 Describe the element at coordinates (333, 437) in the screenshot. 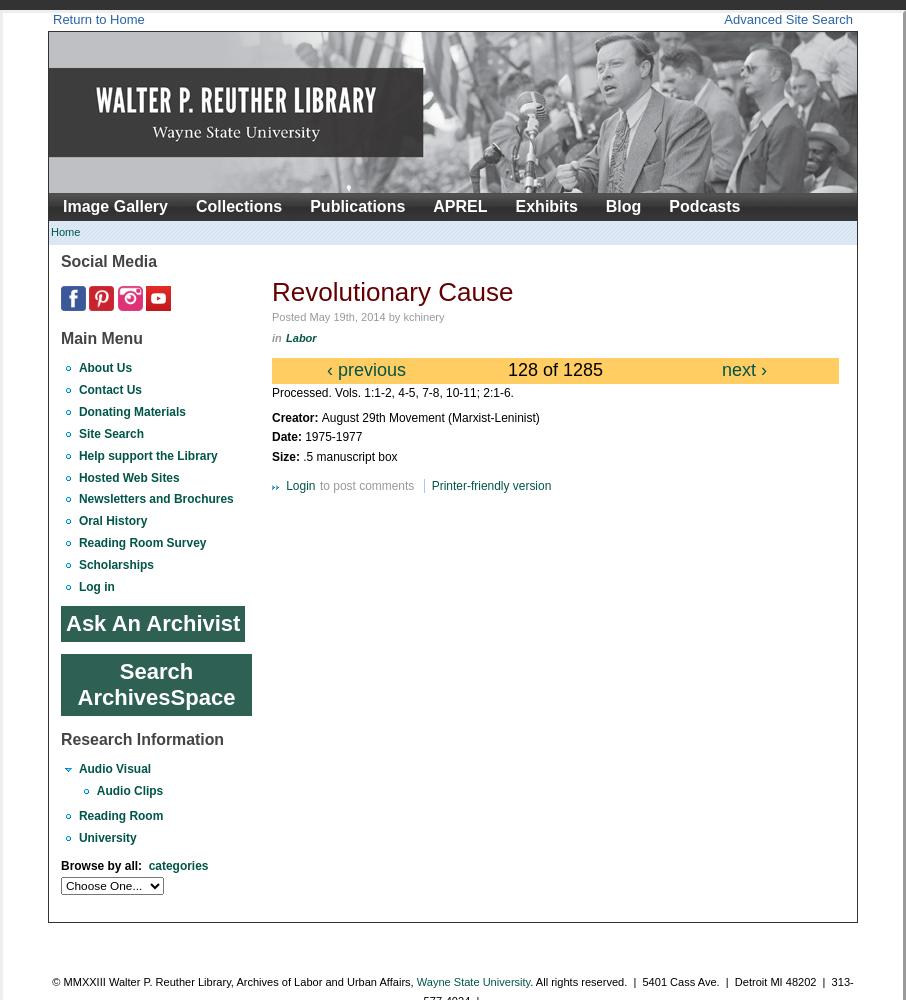

I see `'1975-1977'` at that location.